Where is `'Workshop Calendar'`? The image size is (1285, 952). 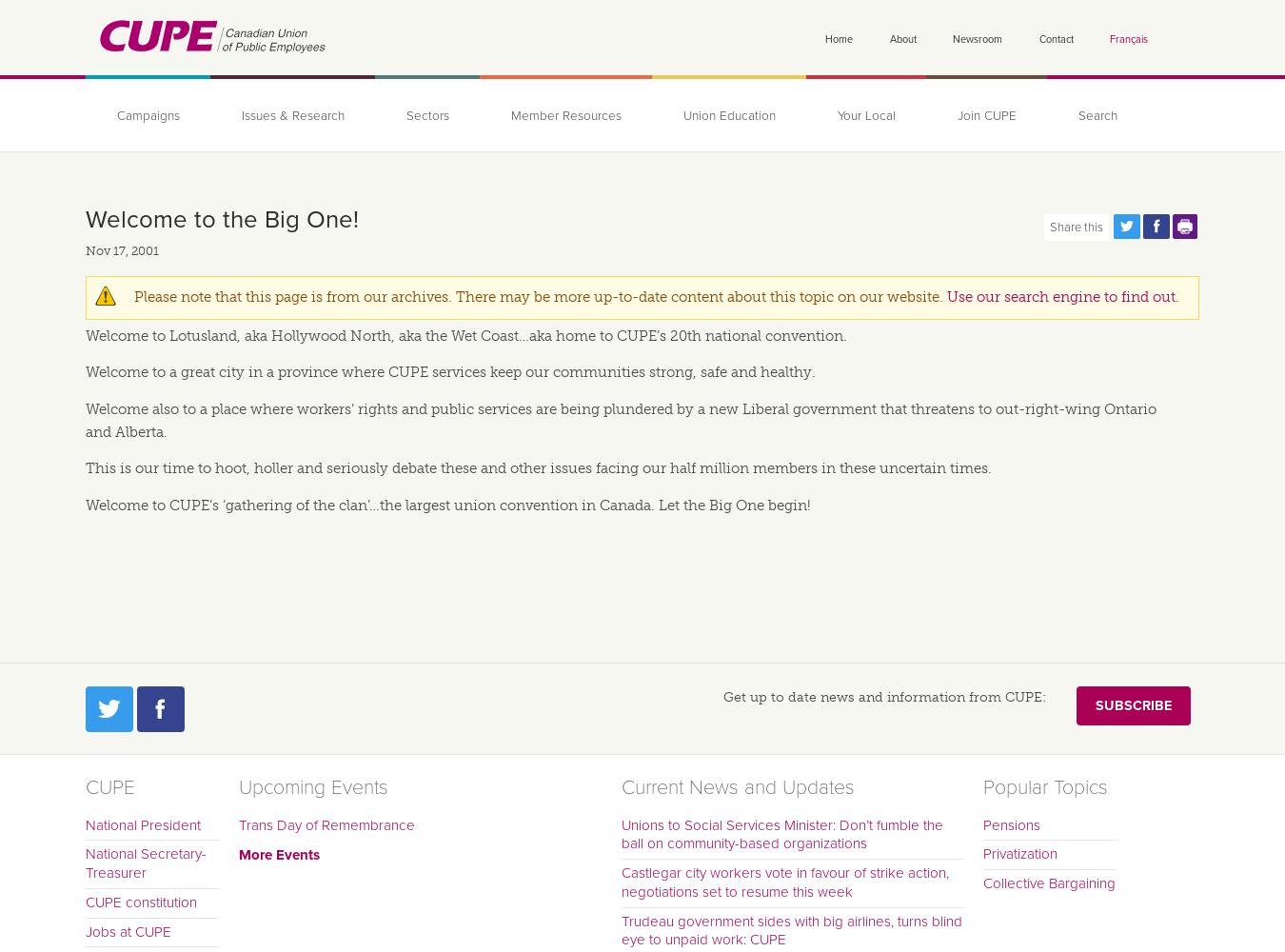
'Workshop Calendar' is located at coordinates (216, 240).